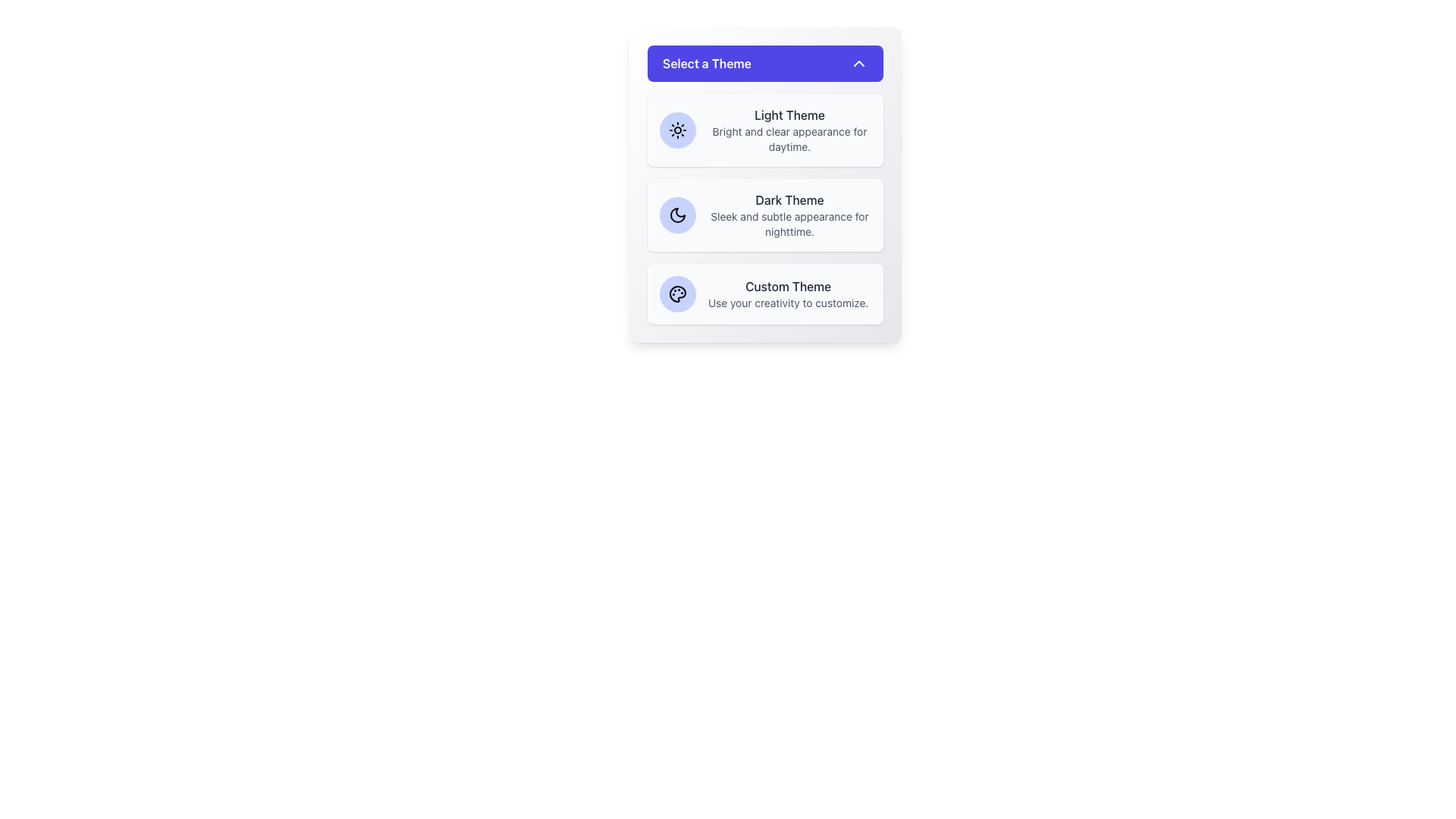 The height and width of the screenshot is (819, 1456). I want to click on descriptive label for the 'Dark Theme' option located within the card-style button in the theme choices list, positioned between 'Light Theme' and 'Custom Theme', so click(789, 215).